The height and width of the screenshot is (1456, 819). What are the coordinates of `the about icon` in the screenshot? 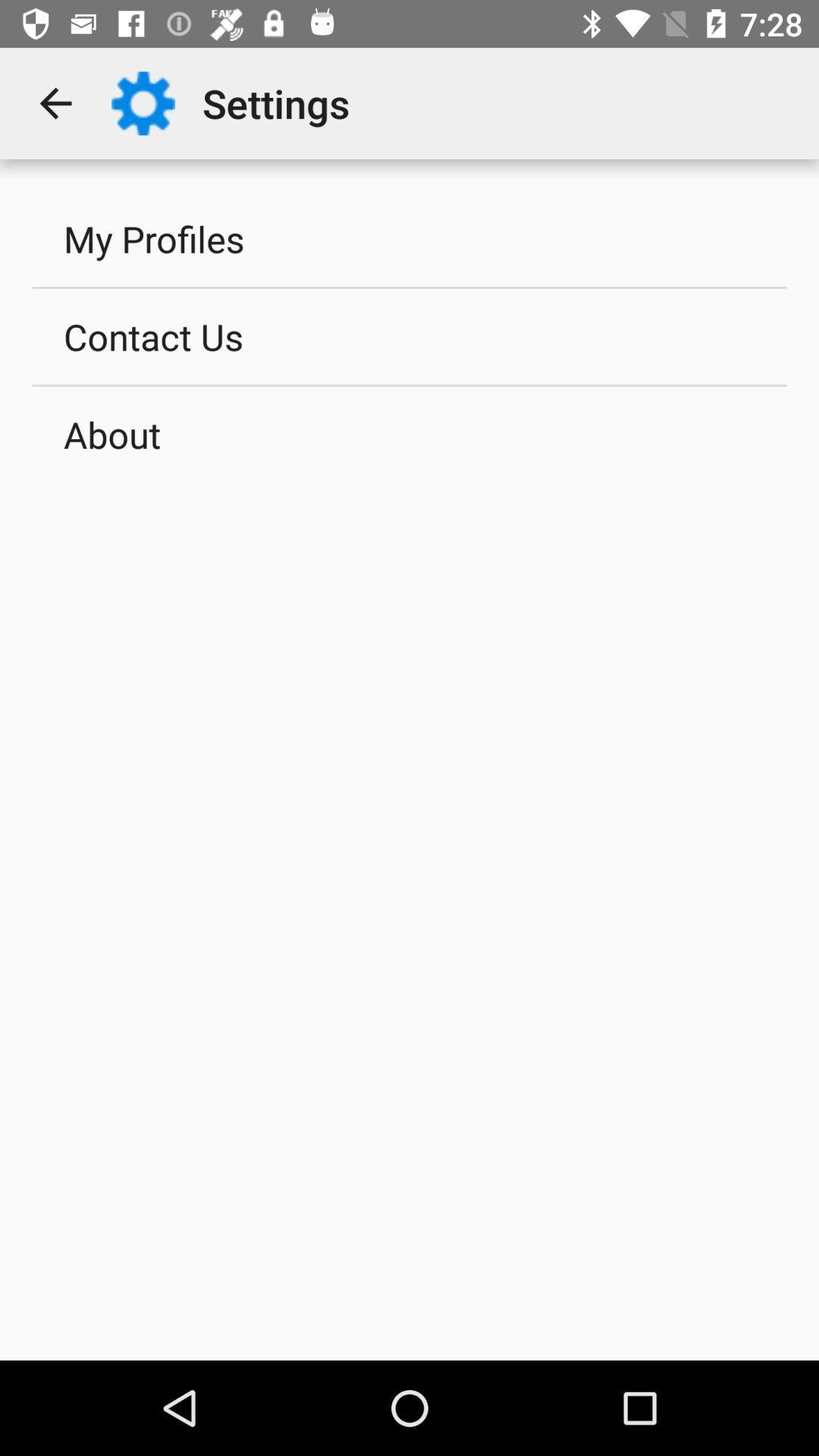 It's located at (409, 433).